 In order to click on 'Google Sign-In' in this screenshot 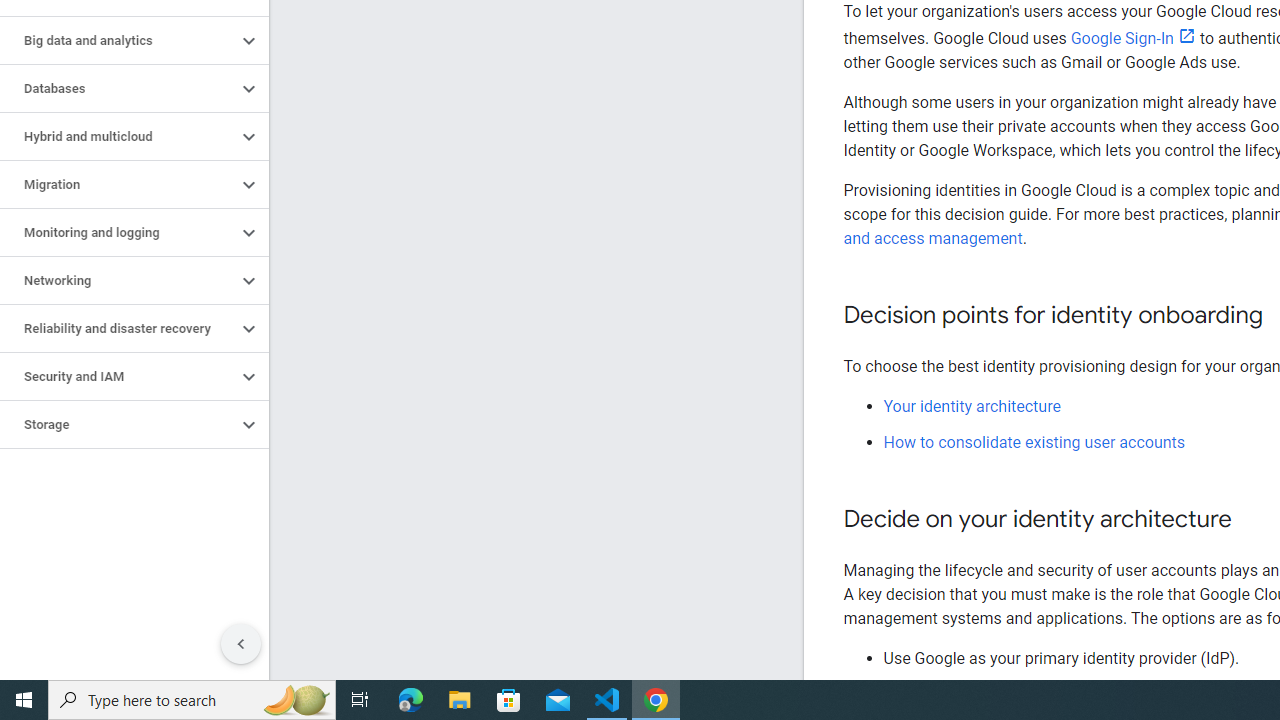, I will do `click(1132, 38)`.